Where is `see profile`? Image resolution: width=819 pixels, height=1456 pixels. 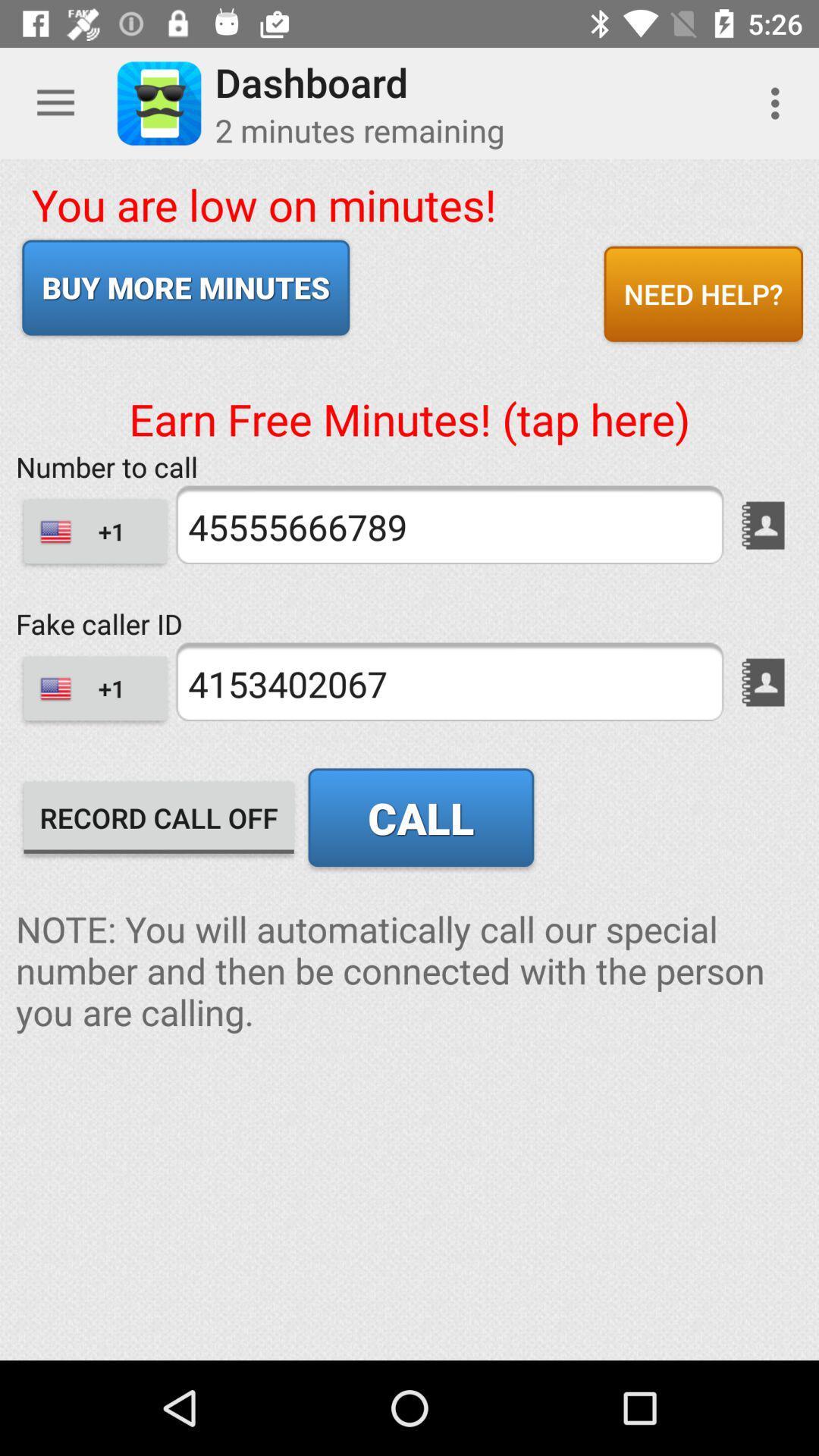
see profile is located at coordinates (763, 682).